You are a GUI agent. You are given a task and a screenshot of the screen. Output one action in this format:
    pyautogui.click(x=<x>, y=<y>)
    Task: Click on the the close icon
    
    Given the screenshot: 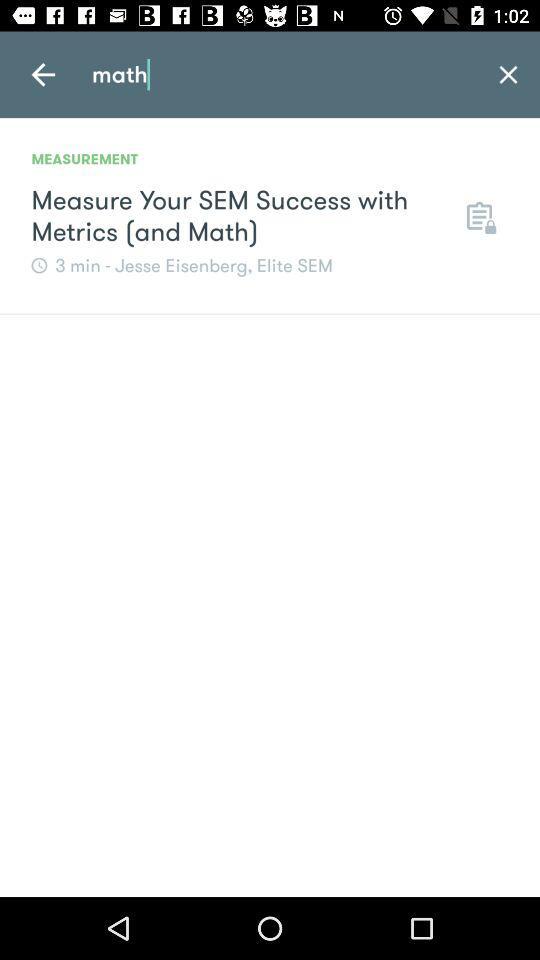 What is the action you would take?
    pyautogui.click(x=508, y=74)
    